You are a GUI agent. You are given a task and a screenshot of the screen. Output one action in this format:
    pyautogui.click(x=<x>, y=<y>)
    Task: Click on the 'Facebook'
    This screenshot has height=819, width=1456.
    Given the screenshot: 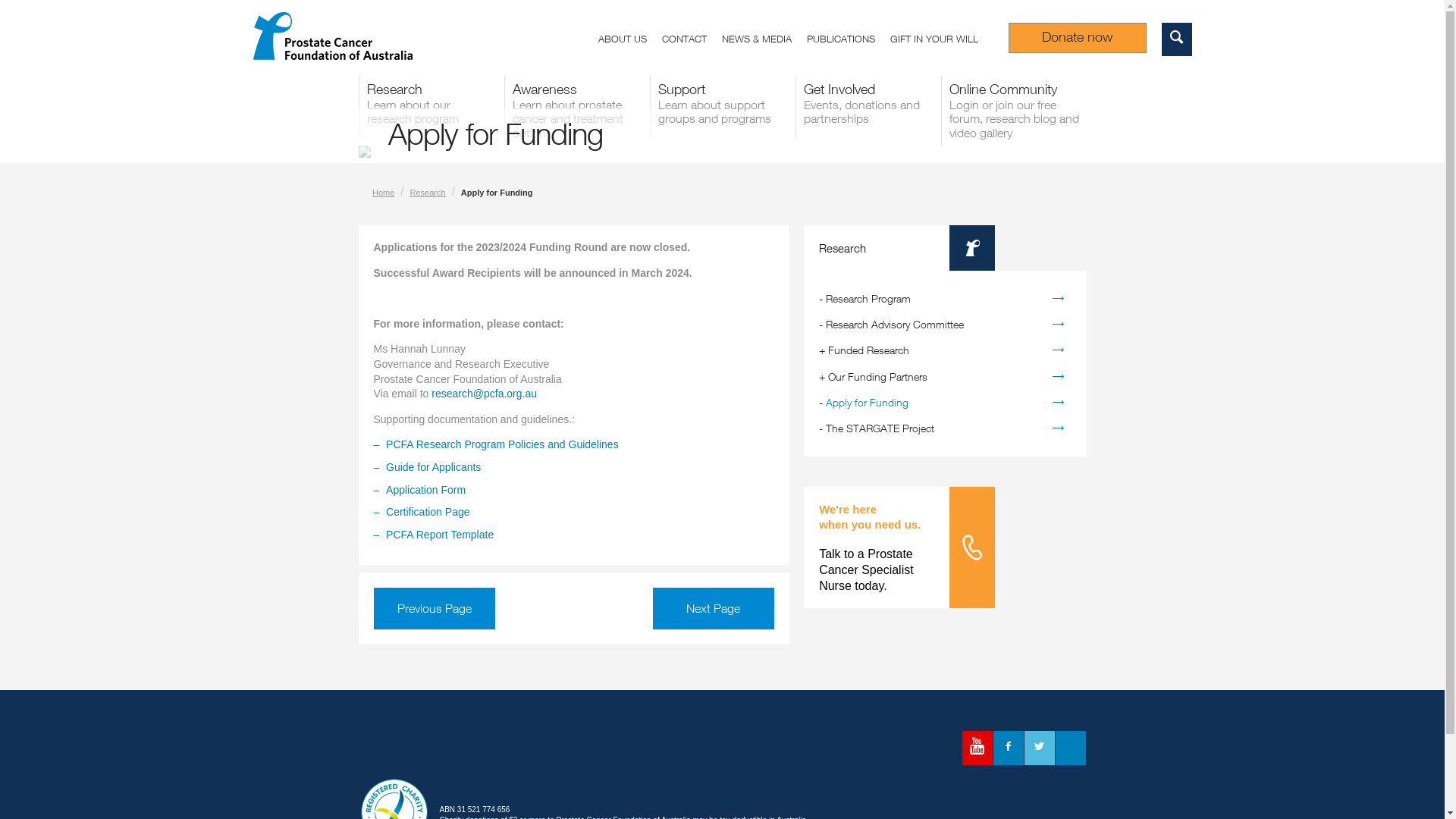 What is the action you would take?
    pyautogui.click(x=1008, y=747)
    